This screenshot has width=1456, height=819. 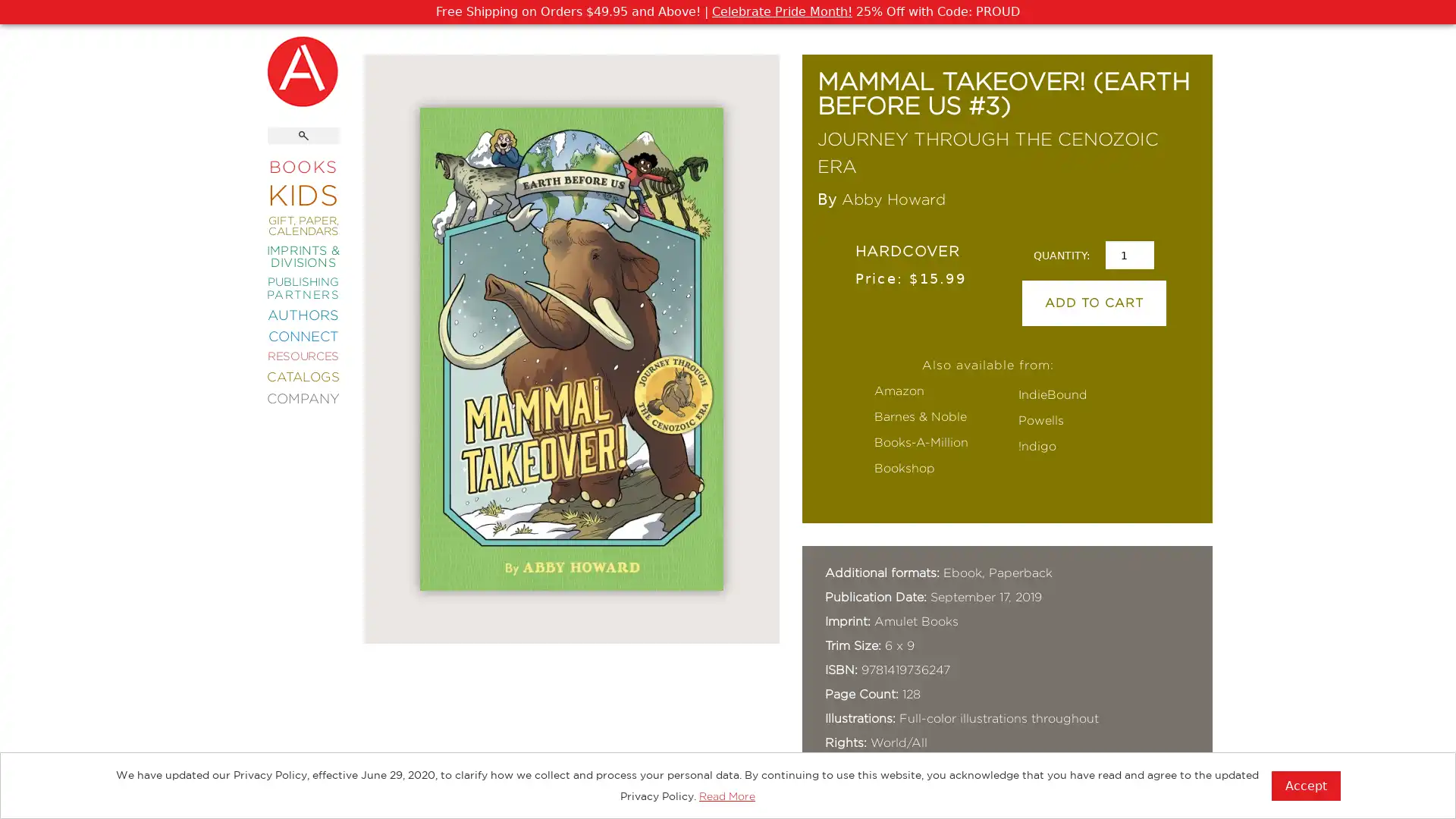 What do you see at coordinates (303, 287) in the screenshot?
I see `PUBLISHING PARTNERS` at bounding box center [303, 287].